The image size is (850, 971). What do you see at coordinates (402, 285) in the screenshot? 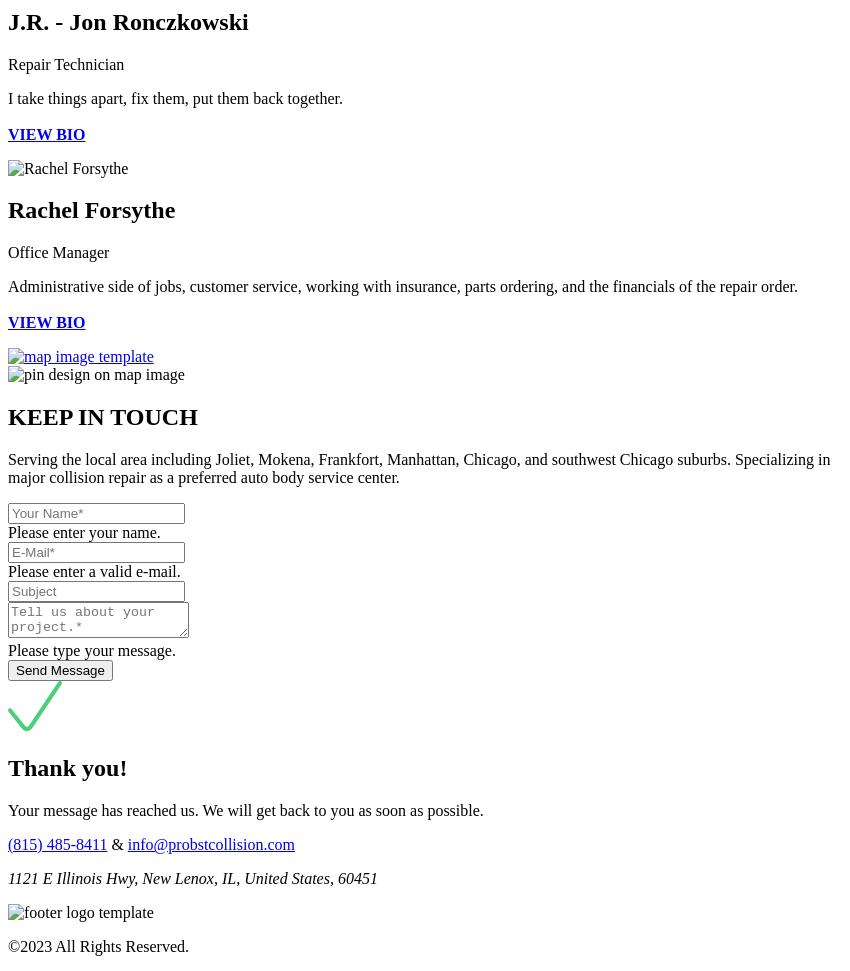
I see `'Administrative side of jobs, customer service, working with insurance, parts ordering, and the financials of the repair order.'` at bounding box center [402, 285].